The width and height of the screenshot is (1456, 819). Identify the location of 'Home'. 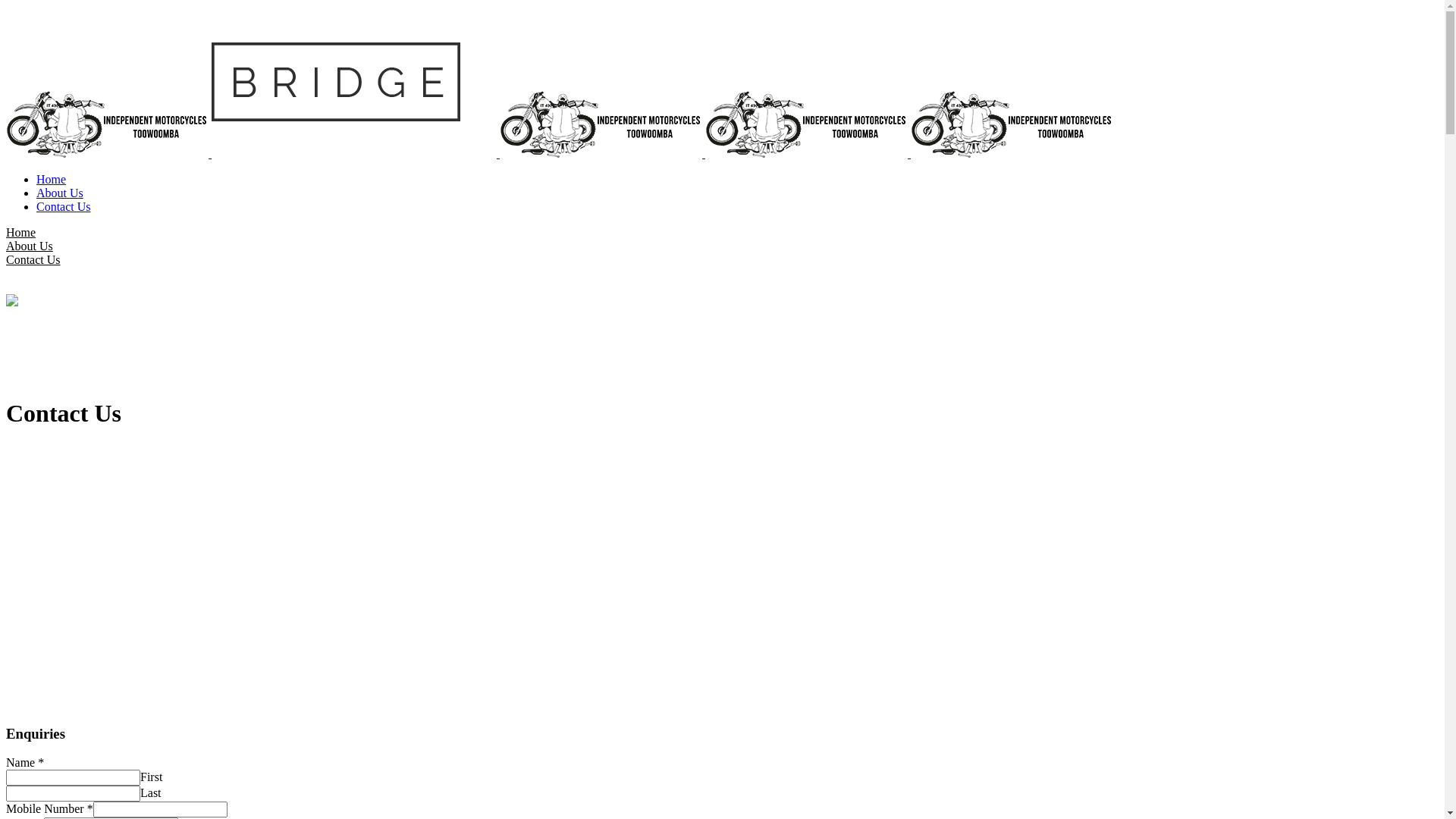
(20, 232).